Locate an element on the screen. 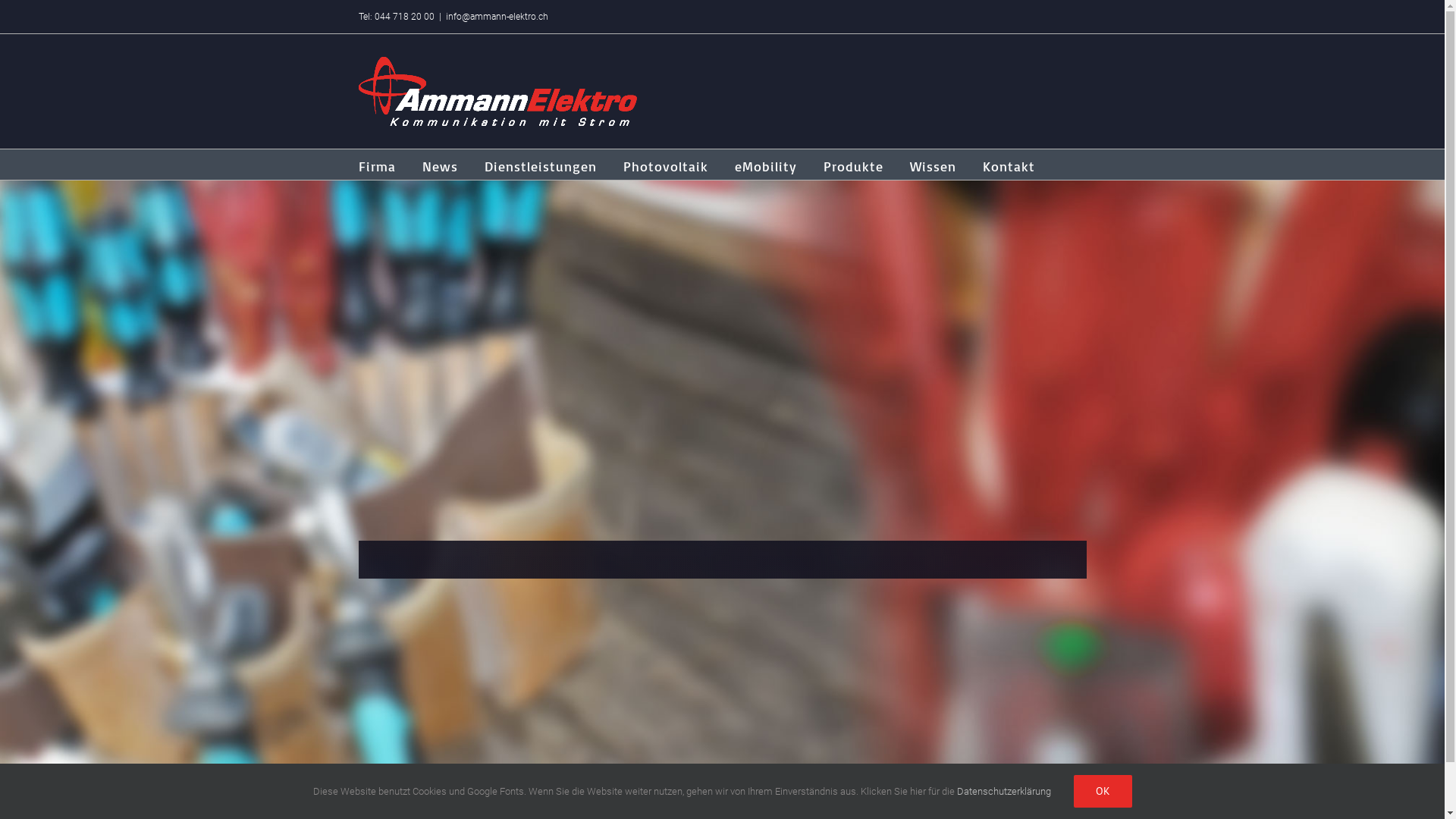  'Photovoltaik' is located at coordinates (666, 164).